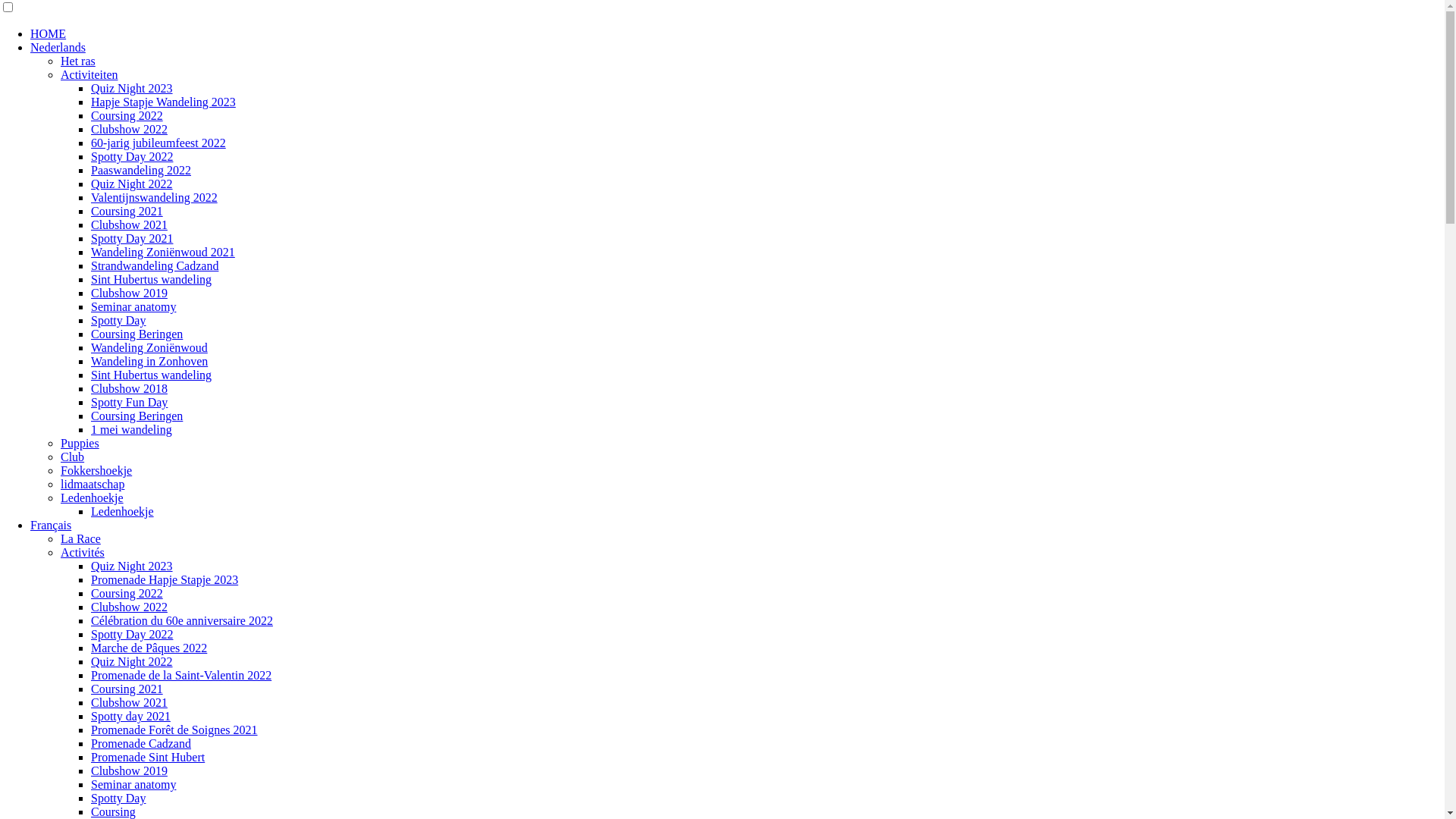 Image resolution: width=1456 pixels, height=819 pixels. I want to click on 'Wandeling in Zonhoven', so click(149, 361).